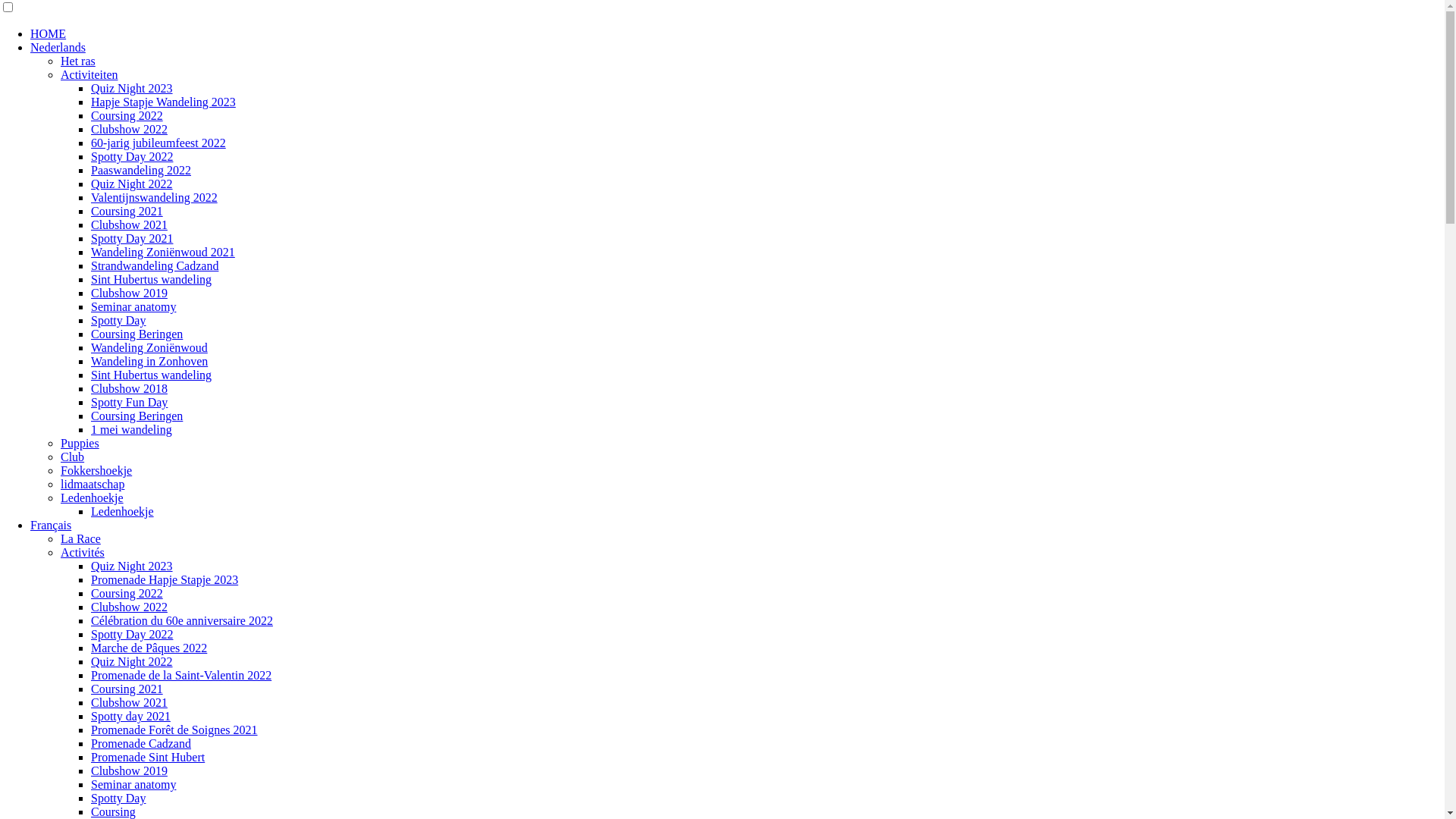 Image resolution: width=1456 pixels, height=819 pixels. I want to click on 'Wandeling in Zonhoven', so click(149, 361).